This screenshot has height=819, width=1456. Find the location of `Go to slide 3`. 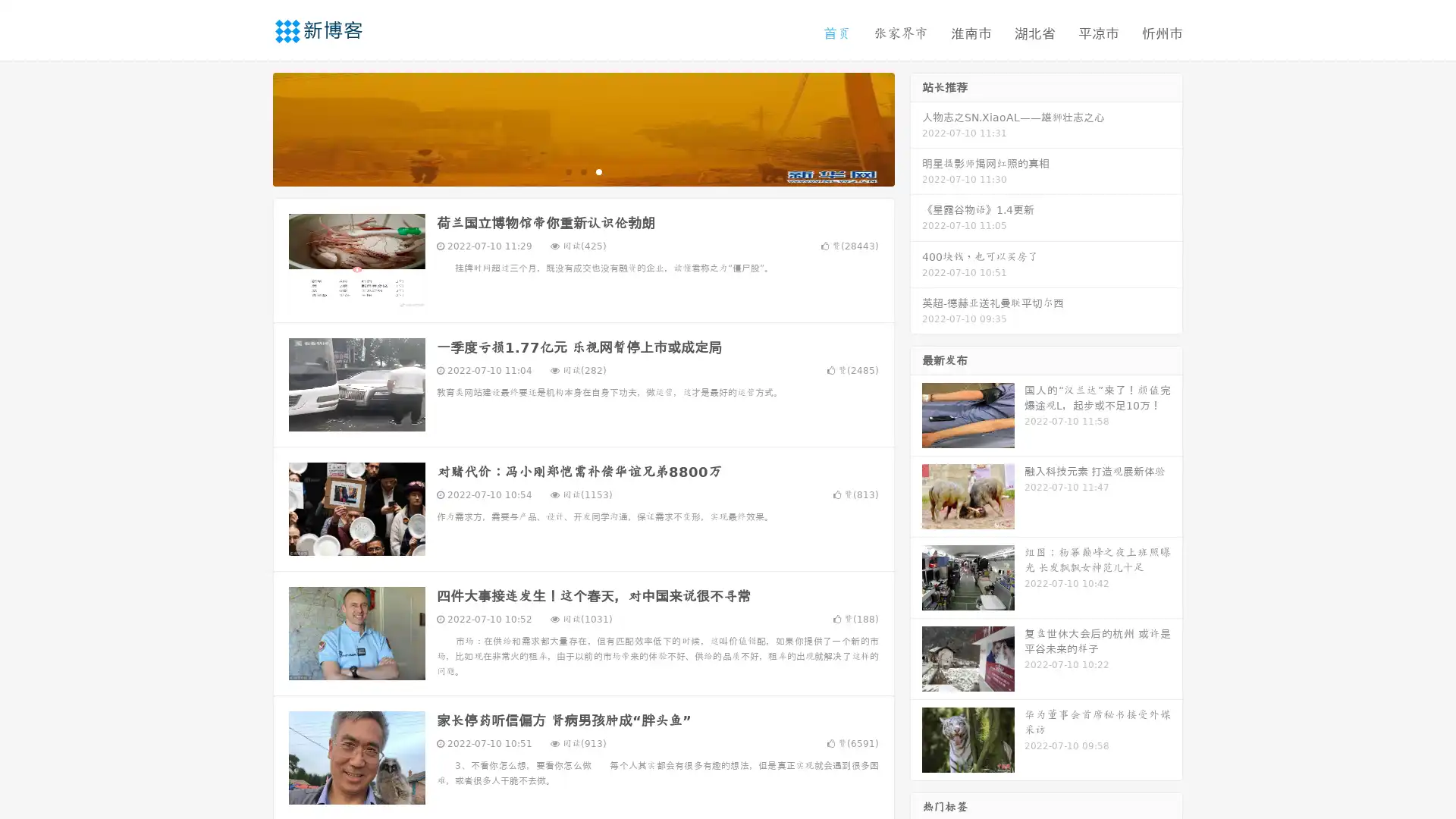

Go to slide 3 is located at coordinates (598, 171).